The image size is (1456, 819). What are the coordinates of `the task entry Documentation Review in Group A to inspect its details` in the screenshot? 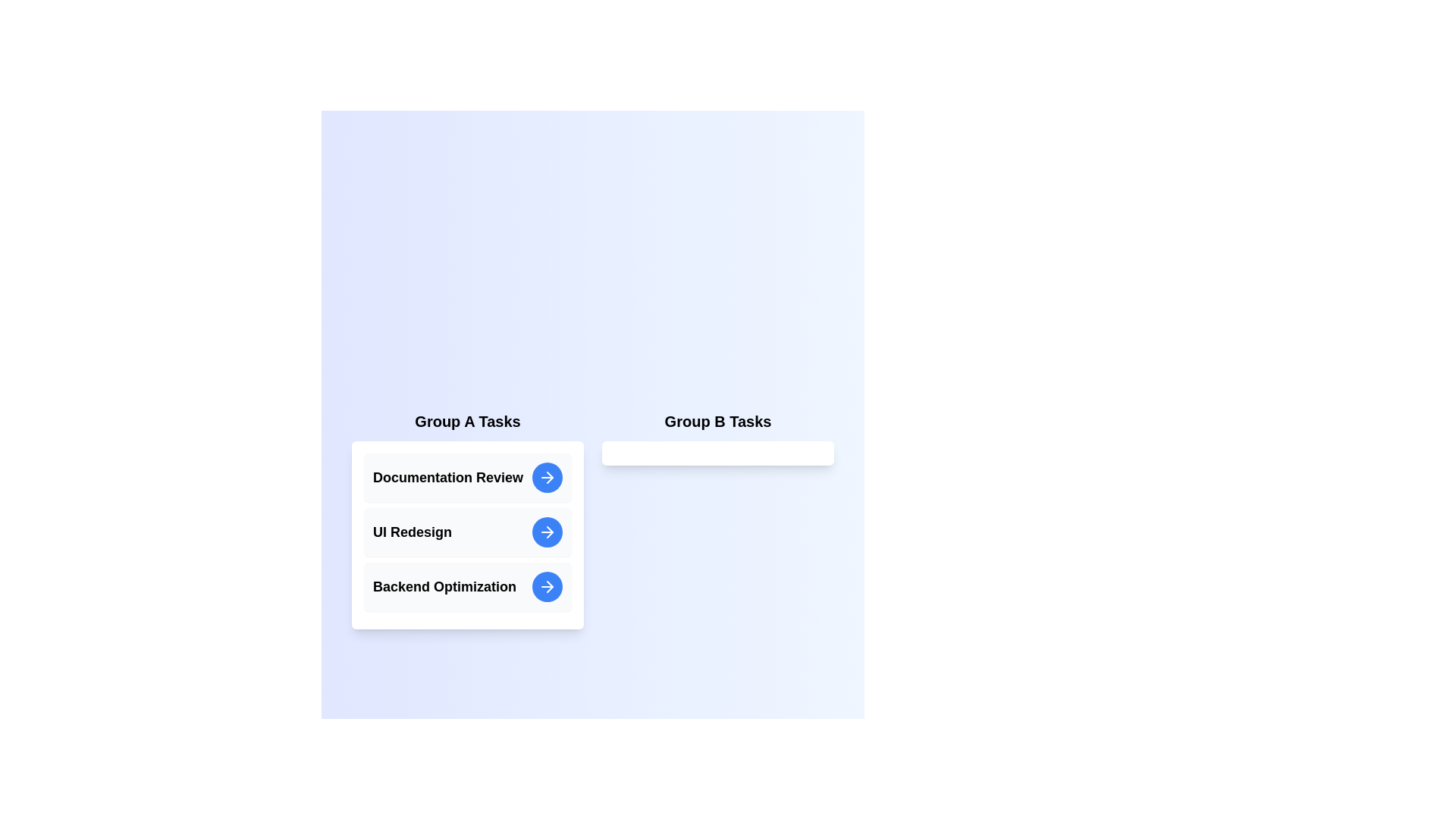 It's located at (467, 476).